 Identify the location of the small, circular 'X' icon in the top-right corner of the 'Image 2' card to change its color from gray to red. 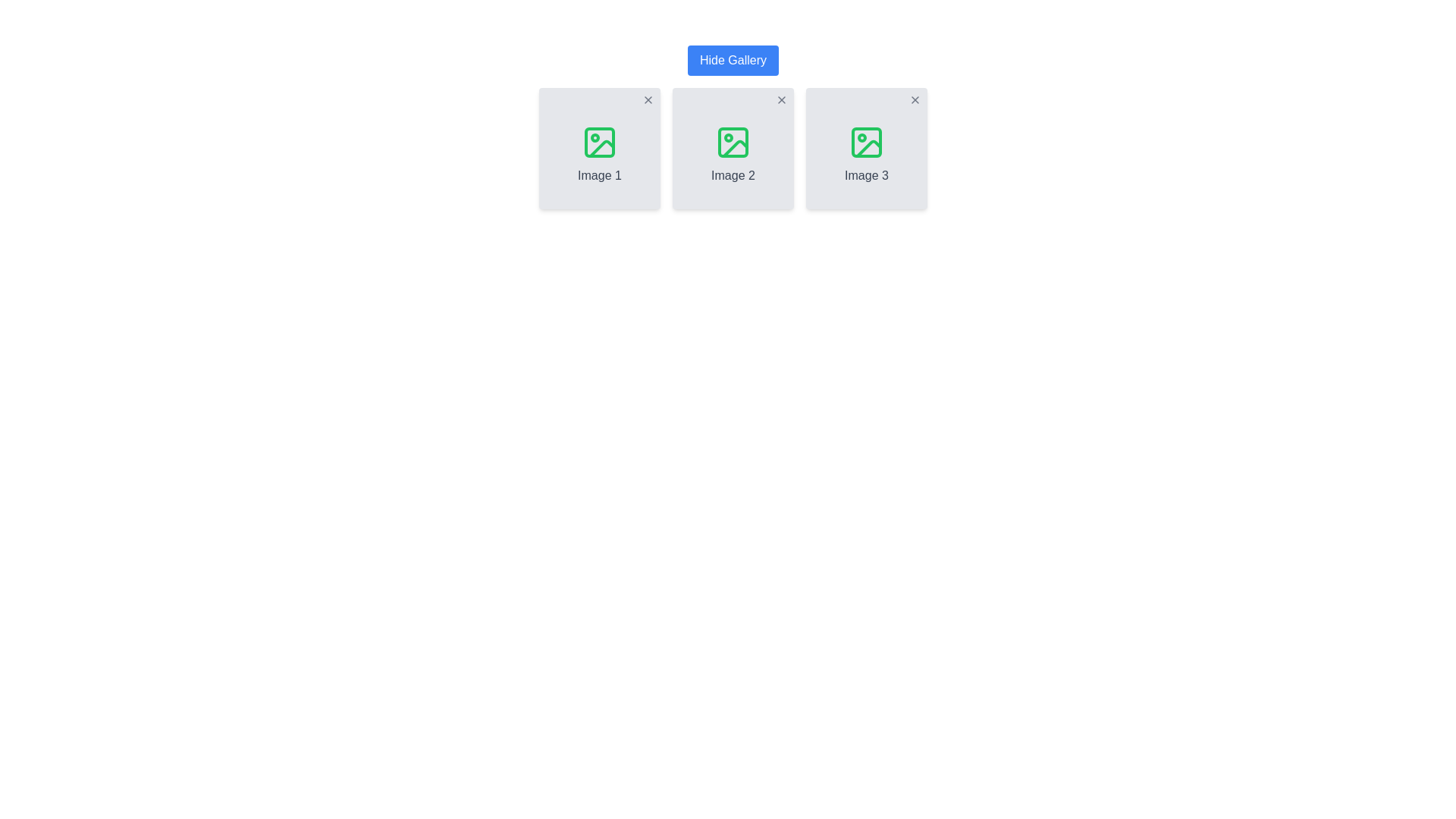
(782, 99).